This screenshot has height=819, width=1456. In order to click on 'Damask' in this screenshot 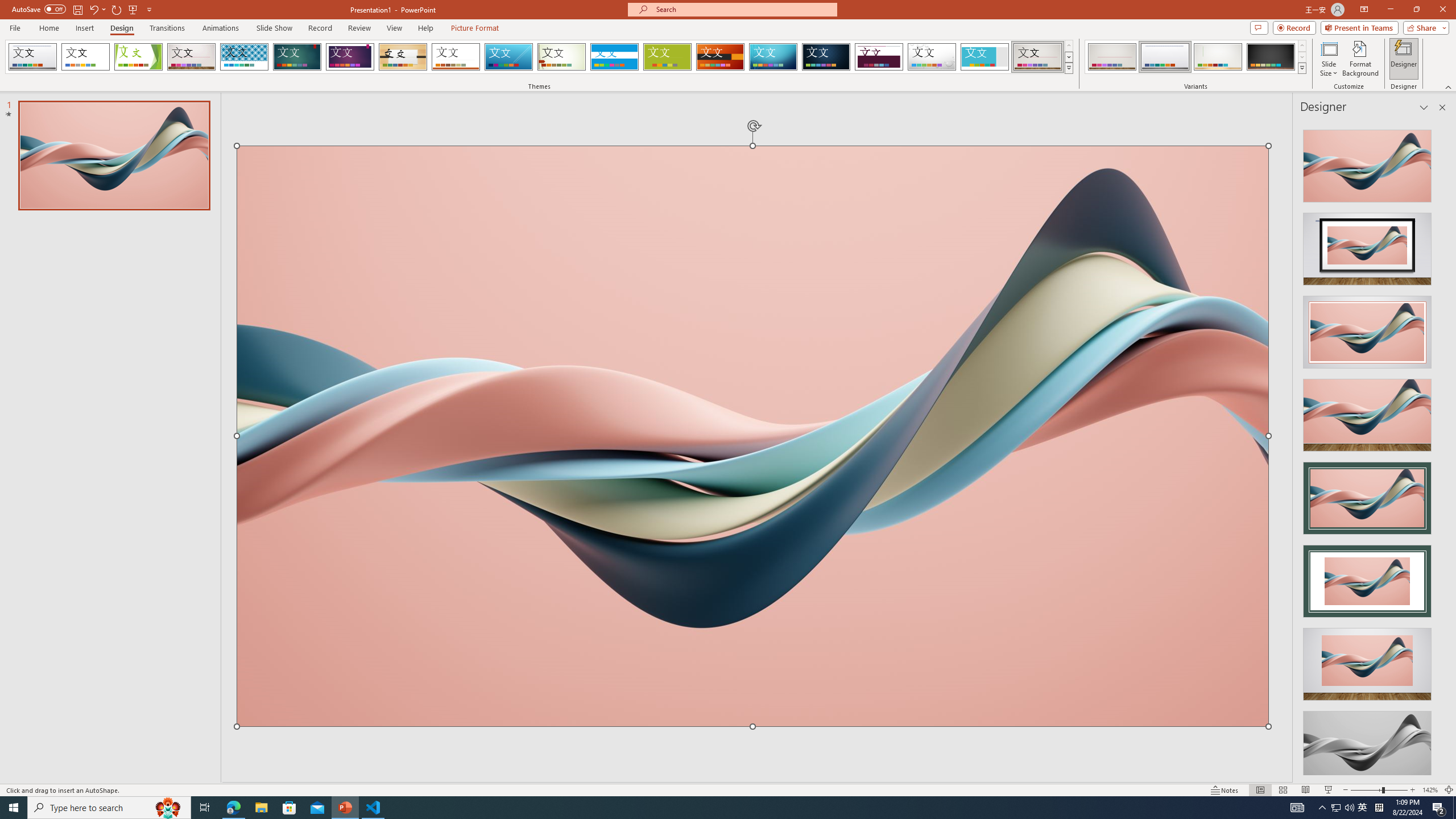, I will do `click(825, 56)`.